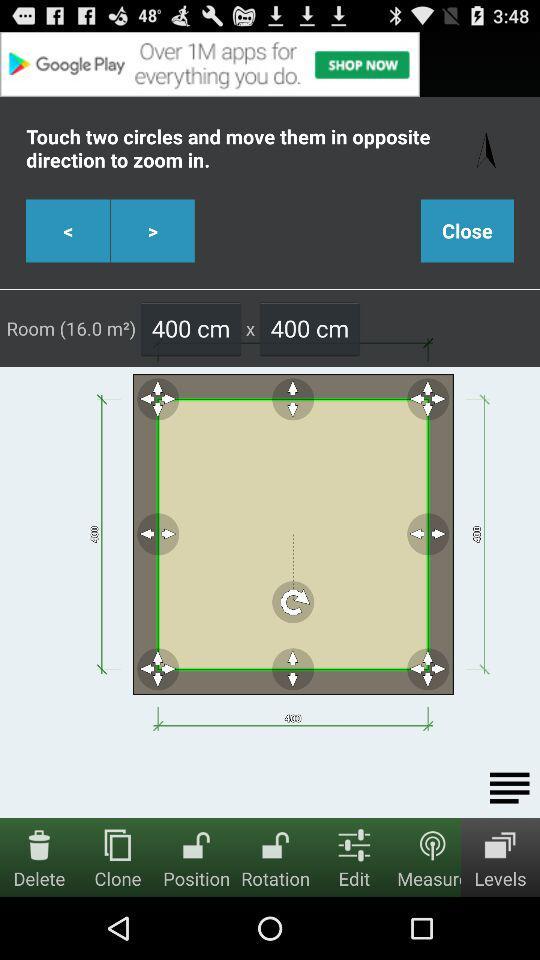  Describe the element at coordinates (274, 843) in the screenshot. I see `the rotation icon` at that location.